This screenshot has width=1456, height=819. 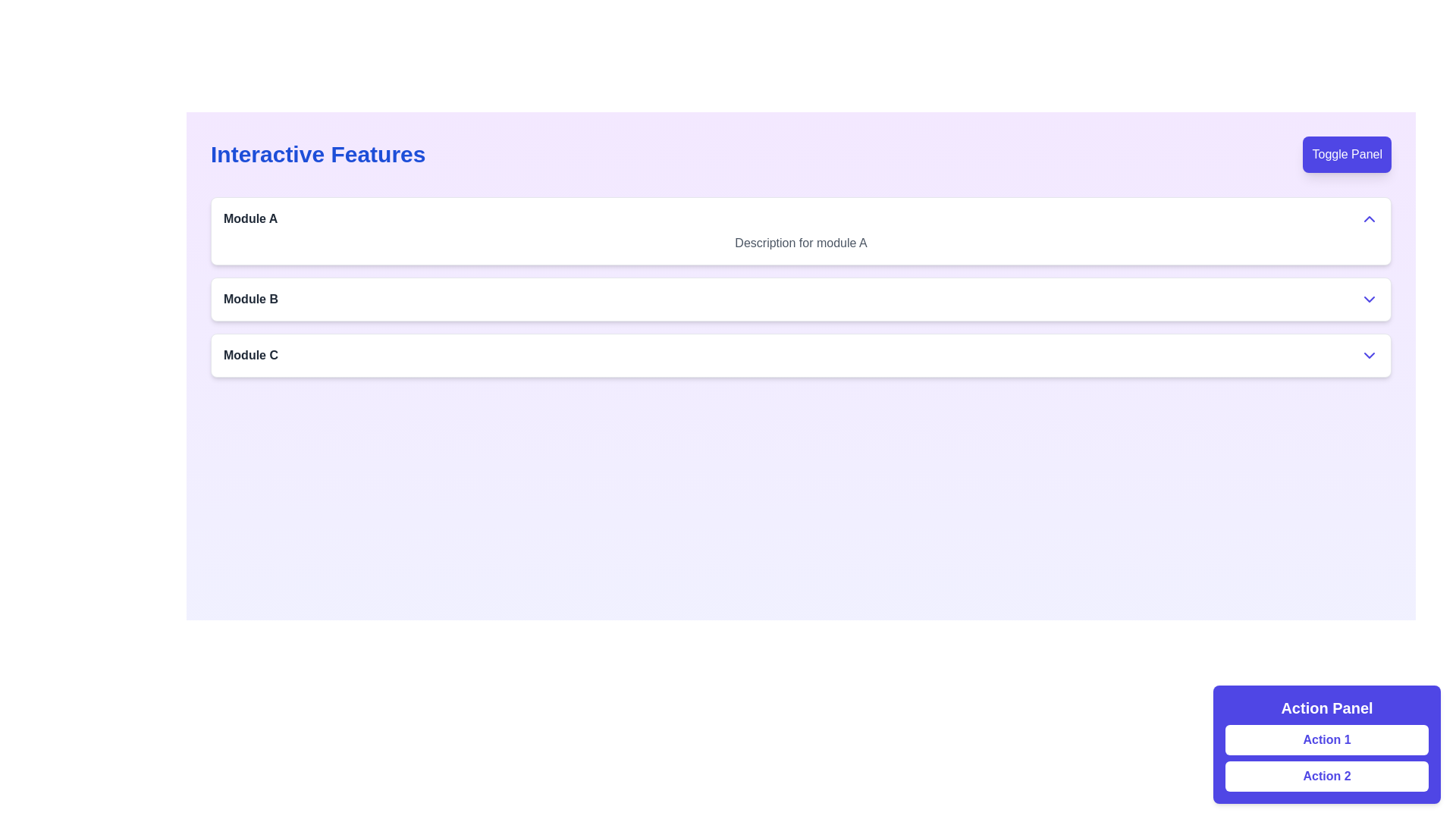 I want to click on the button labeled 'Action 1', so click(x=1326, y=744).